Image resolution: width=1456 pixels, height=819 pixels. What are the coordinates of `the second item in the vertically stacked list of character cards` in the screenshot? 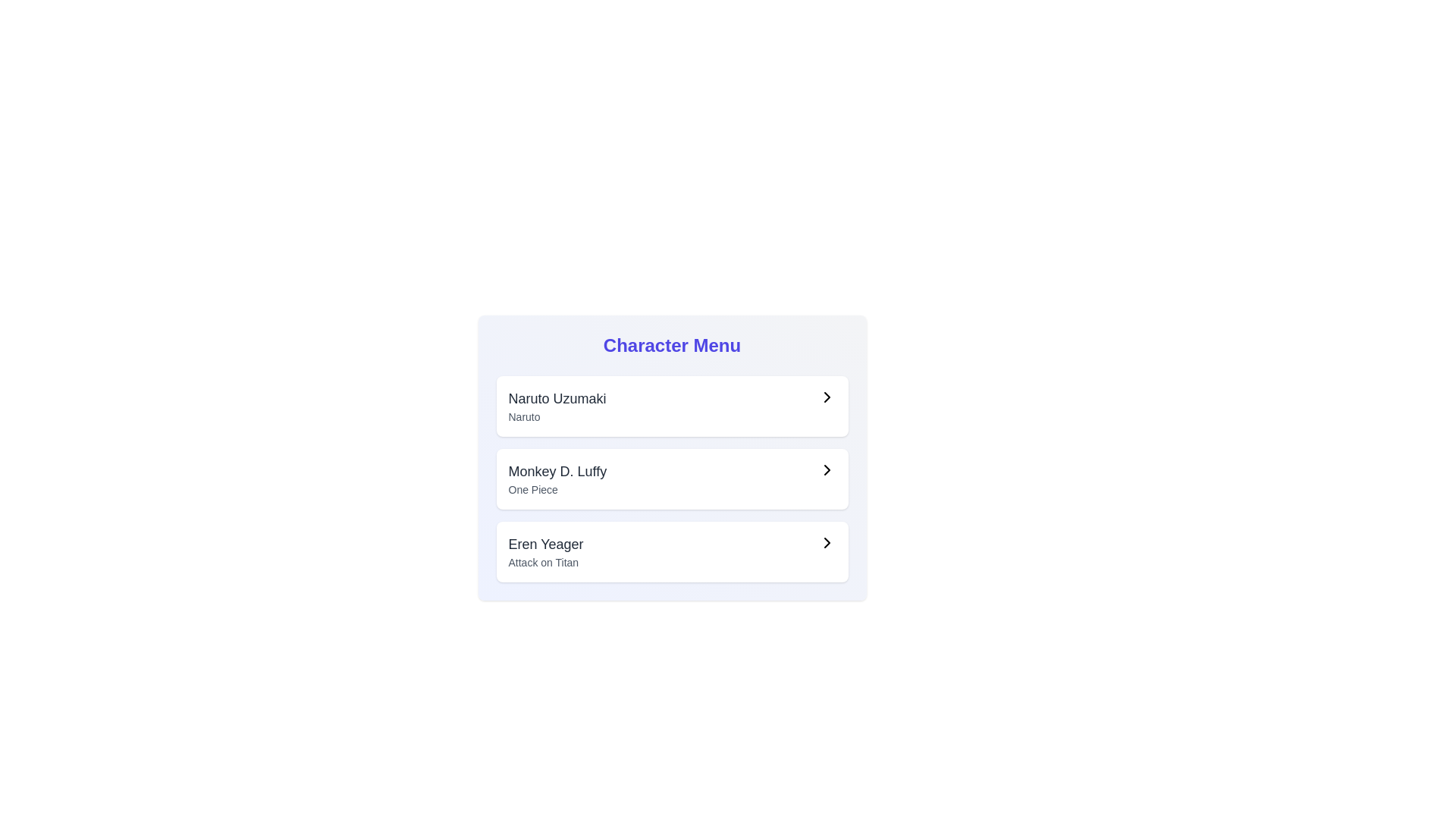 It's located at (671, 500).